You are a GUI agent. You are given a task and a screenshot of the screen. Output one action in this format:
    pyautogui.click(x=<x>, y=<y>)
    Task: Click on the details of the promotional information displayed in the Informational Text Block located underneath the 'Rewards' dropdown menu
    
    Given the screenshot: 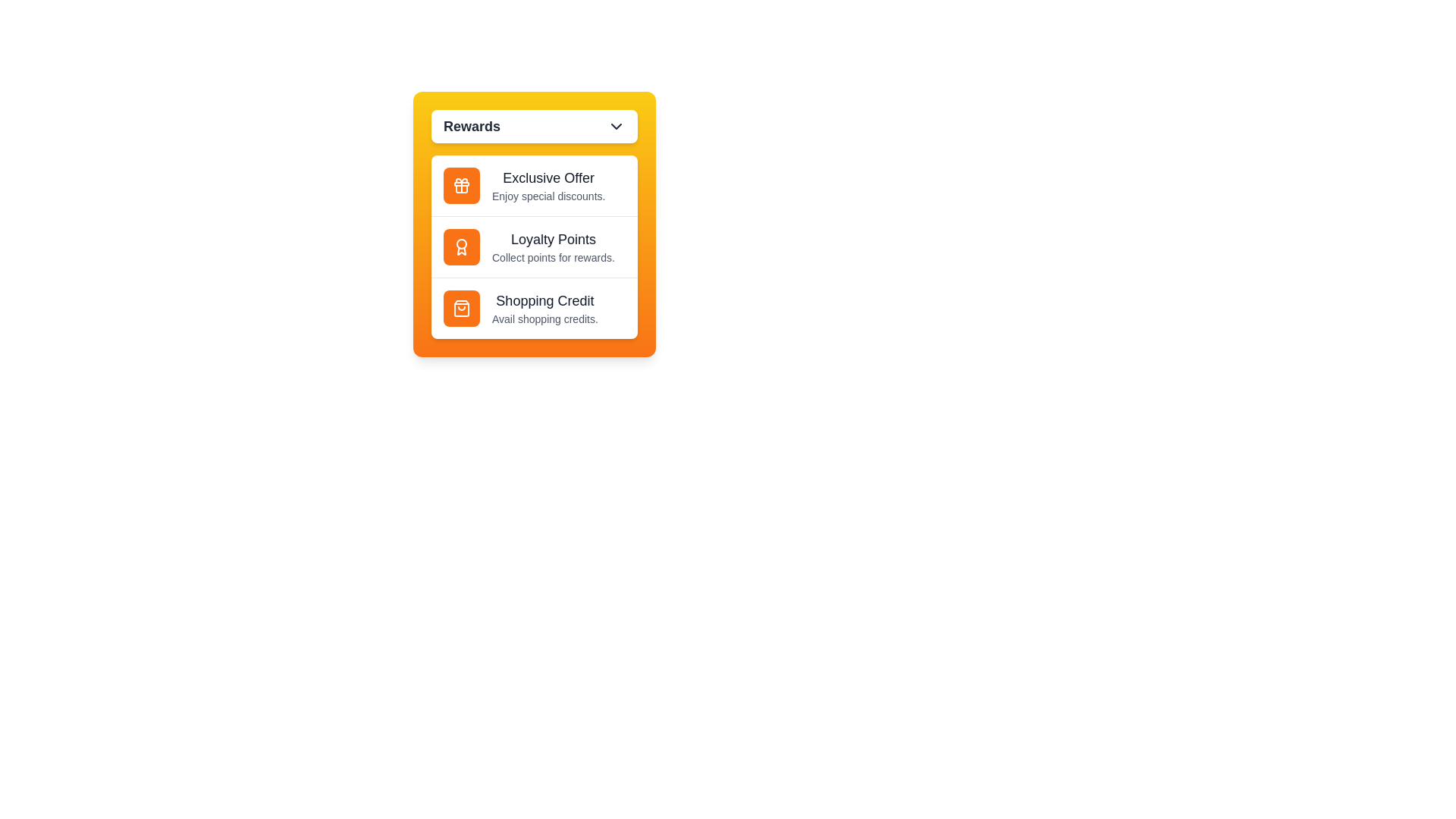 What is the action you would take?
    pyautogui.click(x=548, y=185)
    